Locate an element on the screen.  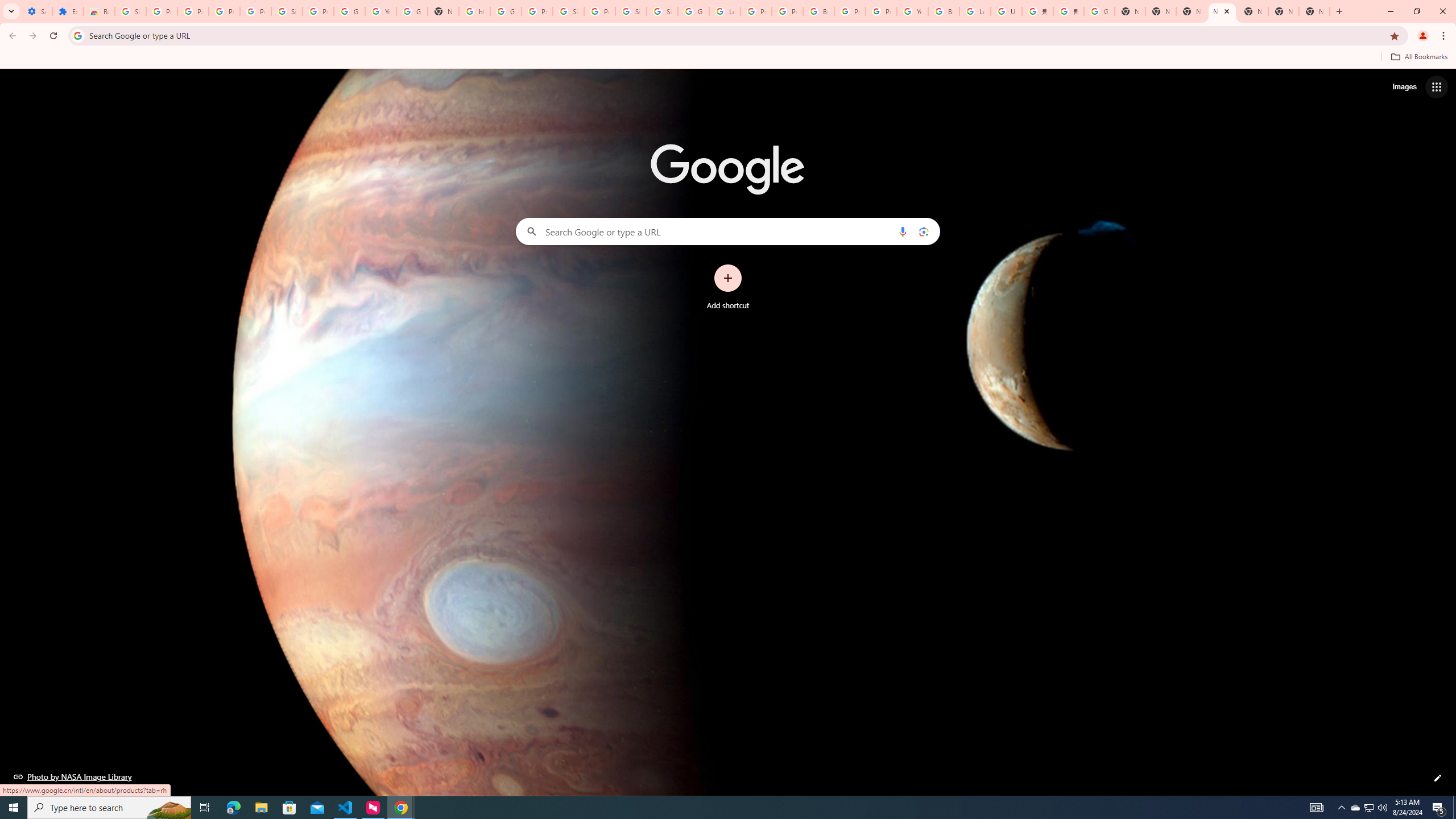
'Customize this page' is located at coordinates (1437, 777).